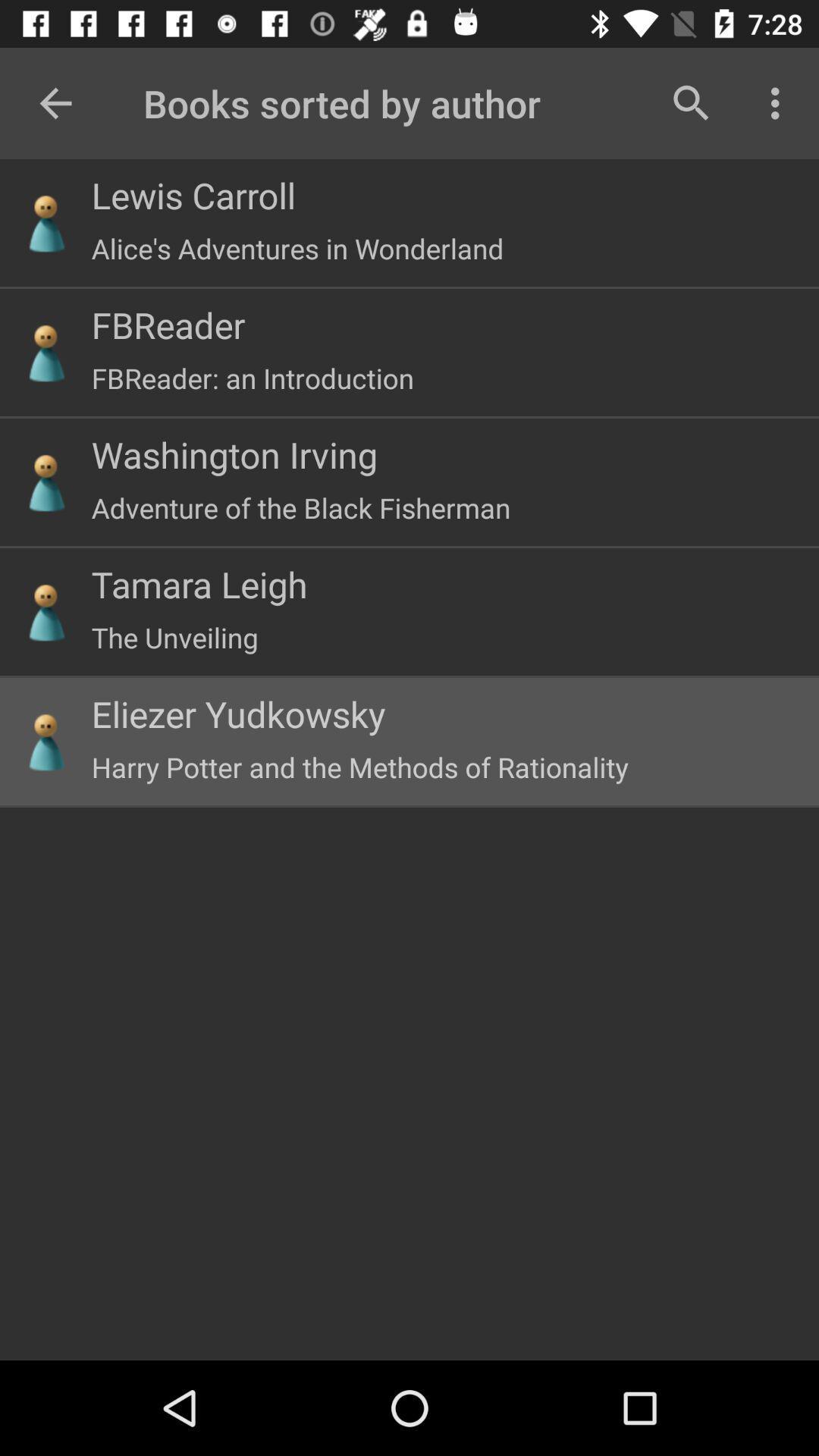  I want to click on item next to books sorted by item, so click(691, 102).